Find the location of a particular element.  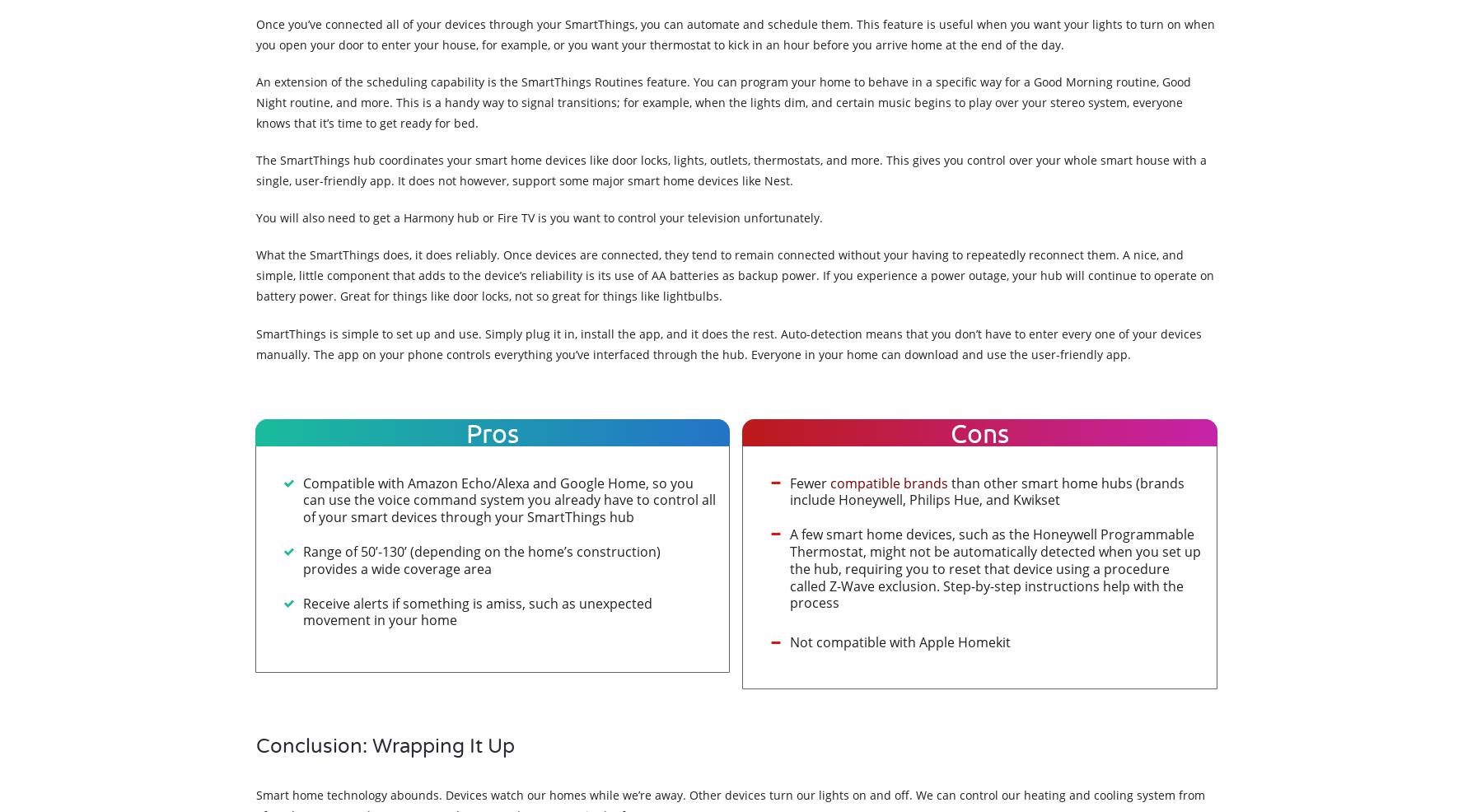

'Range of 50’-130’ (depending on the home’s construction) provides a wide coverage area' is located at coordinates (479, 559).